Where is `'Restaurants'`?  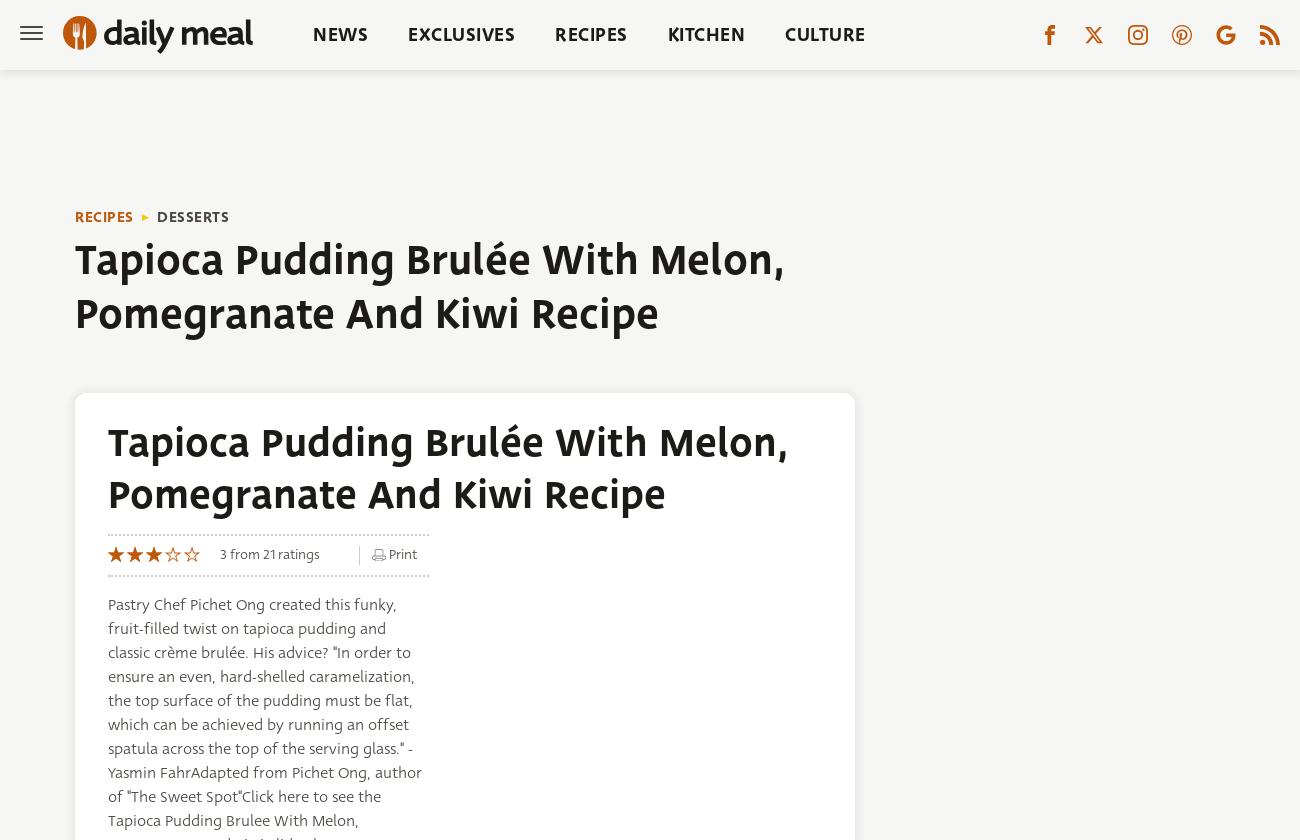
'Restaurants' is located at coordinates (729, 107).